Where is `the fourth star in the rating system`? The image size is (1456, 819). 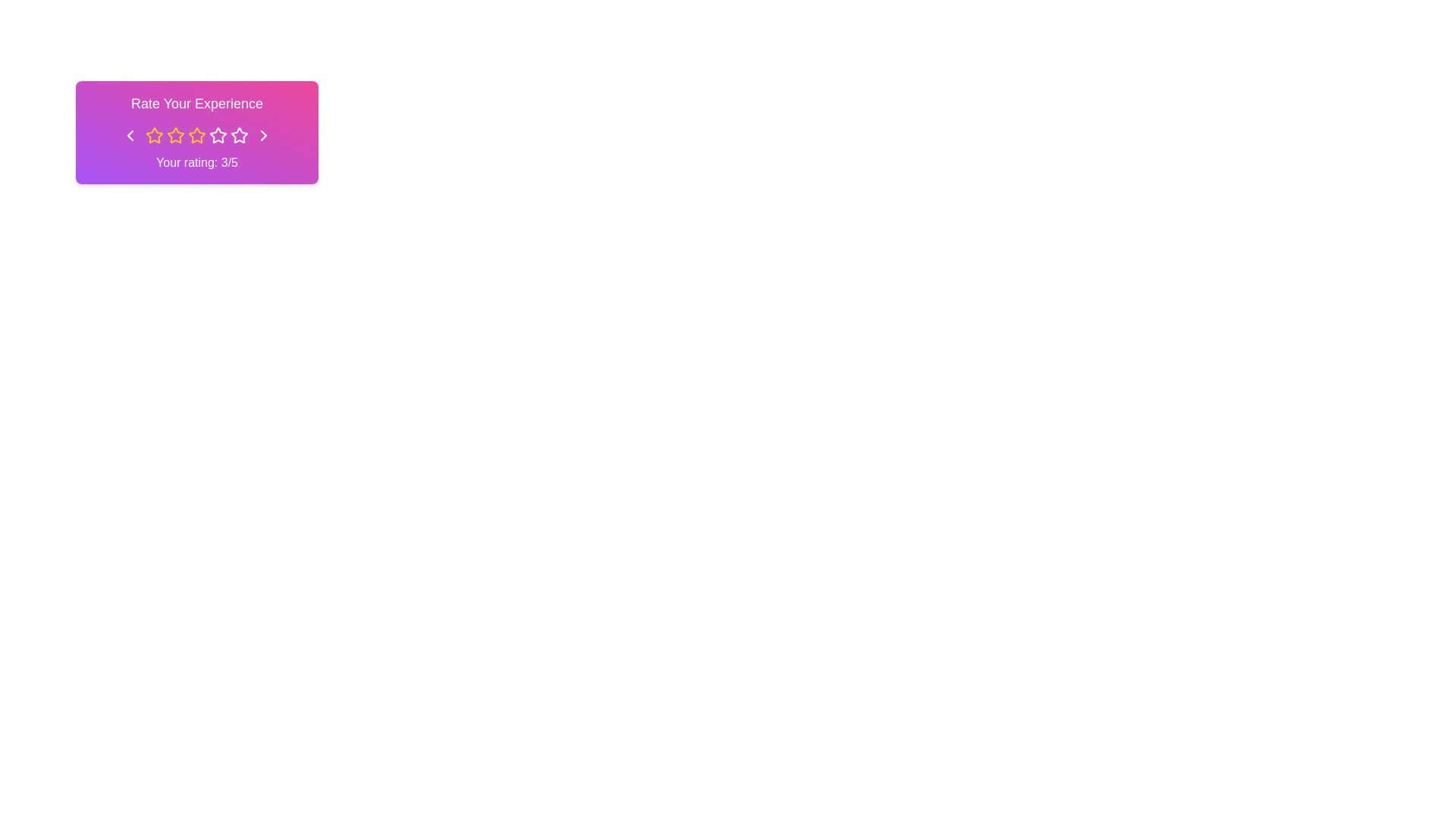 the fourth star in the rating system is located at coordinates (239, 134).